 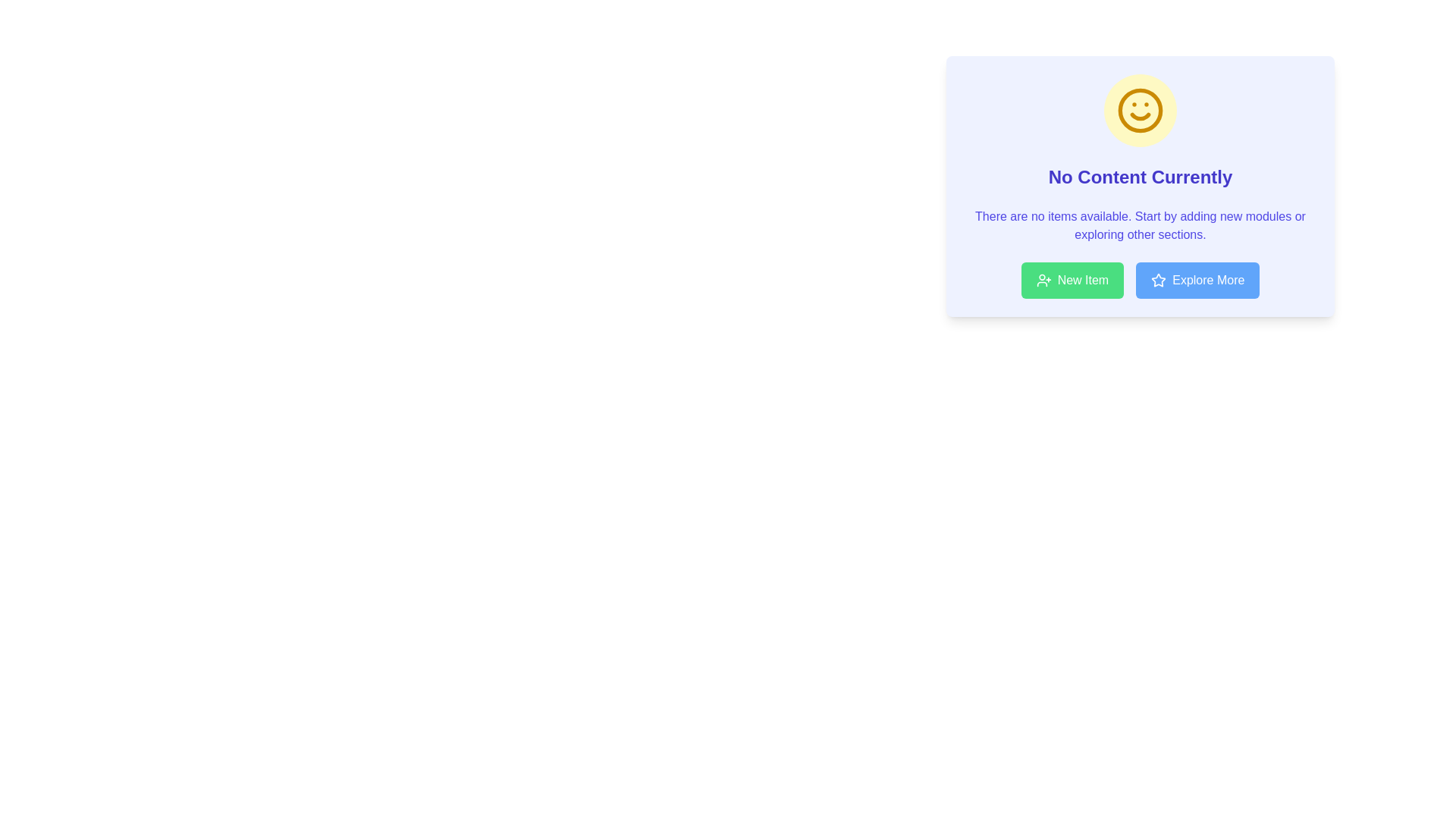 I want to click on the static text block that reads 'There are no items available. Start by adding new modules or exploring other sections.' which is styled with center alignment and colored in indigo, so click(x=1140, y=225).